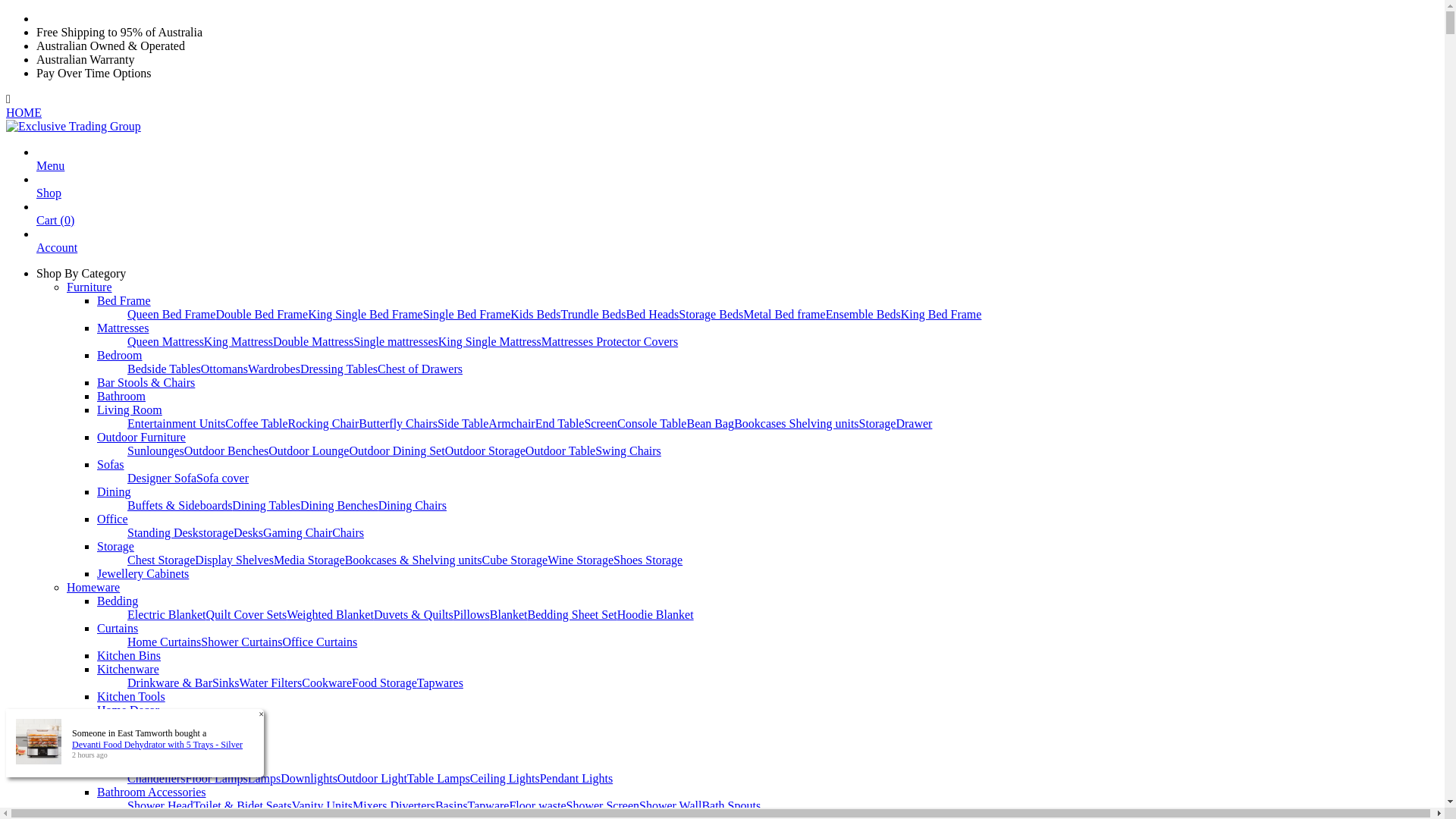 This screenshot has width=1456, height=819. I want to click on 'Cookware', so click(326, 682).